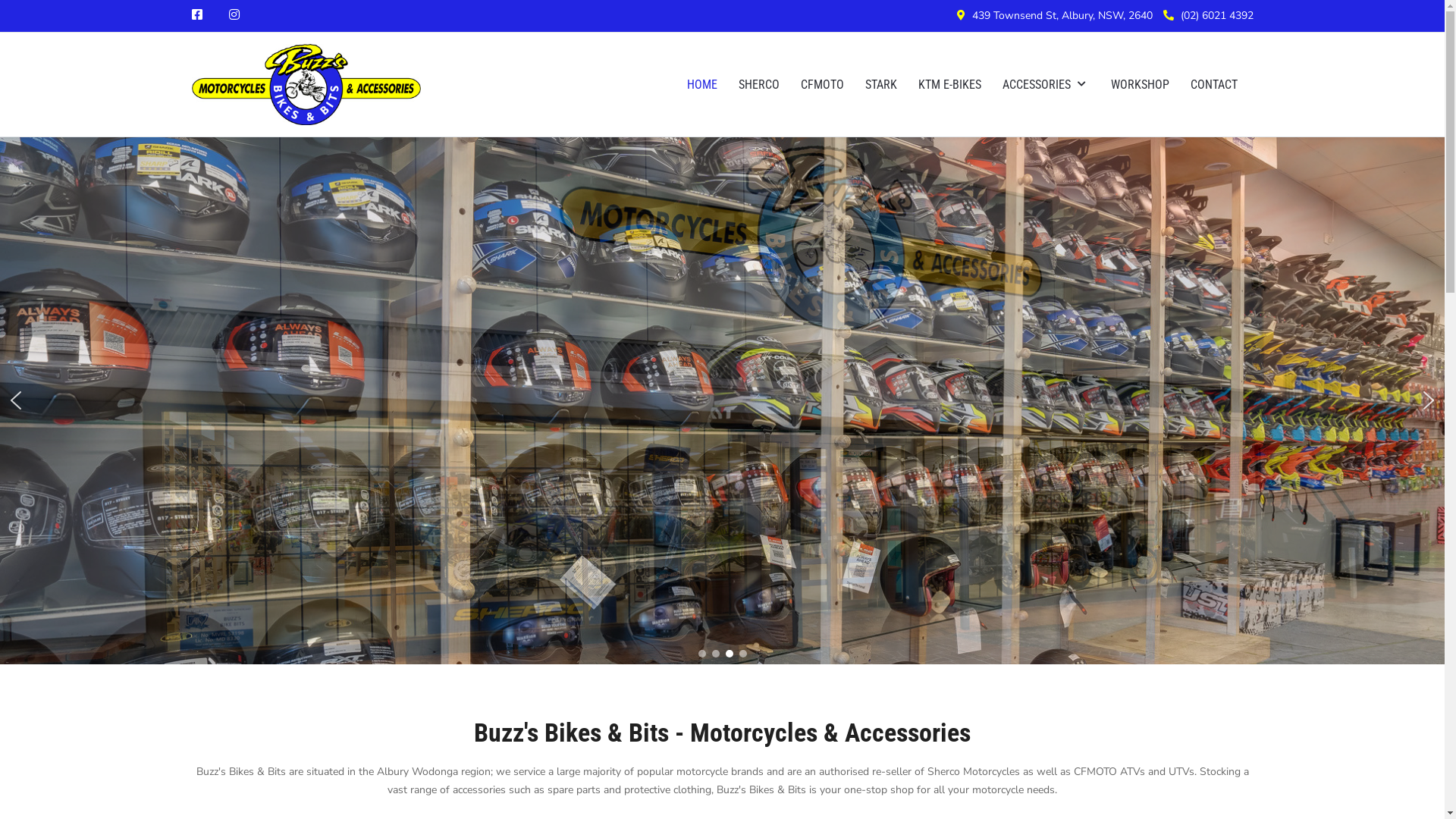 This screenshot has height=819, width=1456. What do you see at coordinates (1214, 84) in the screenshot?
I see `'CONTACT'` at bounding box center [1214, 84].